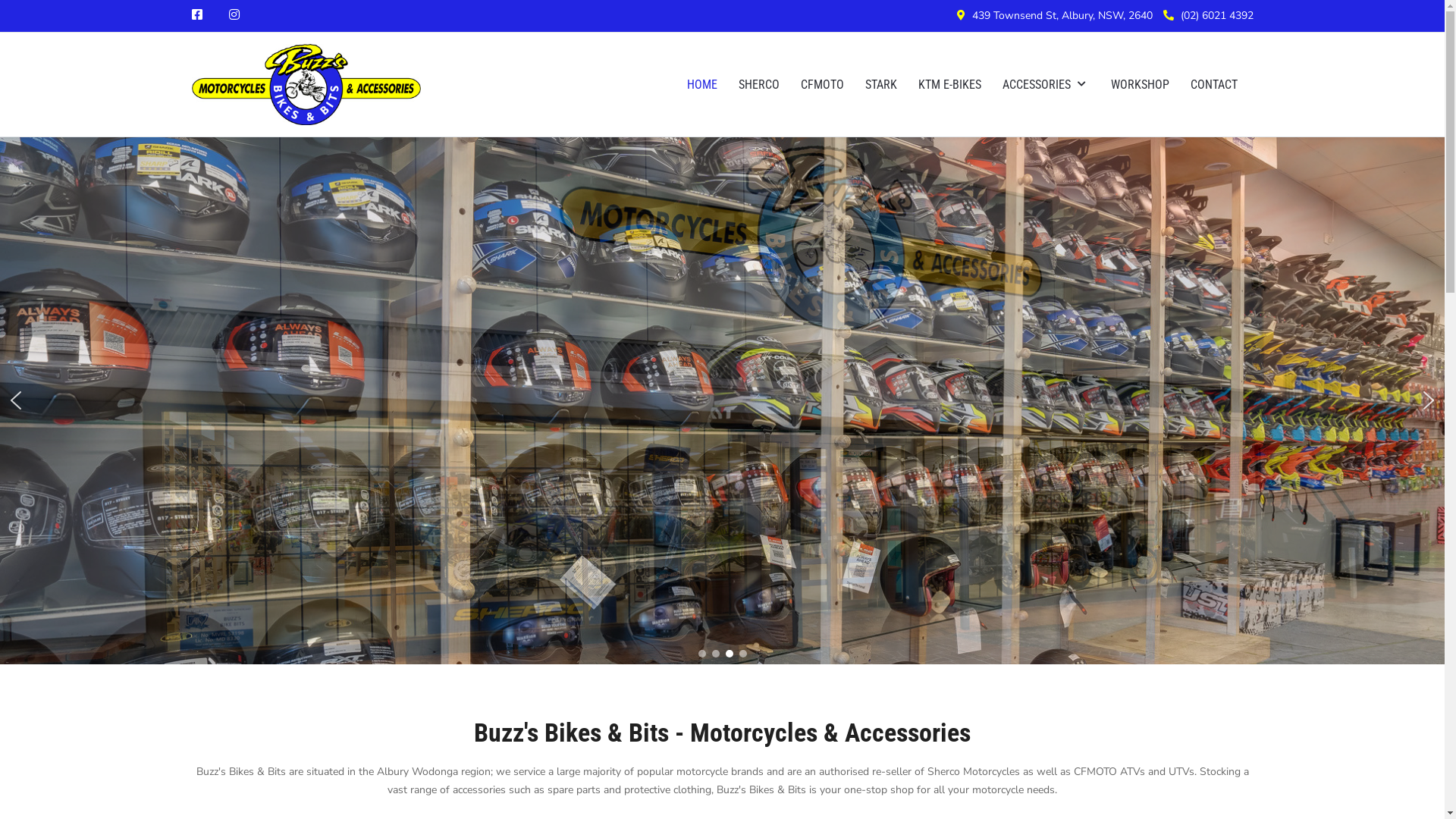 This screenshot has height=819, width=1456. What do you see at coordinates (1214, 84) in the screenshot?
I see `'CONTACT'` at bounding box center [1214, 84].